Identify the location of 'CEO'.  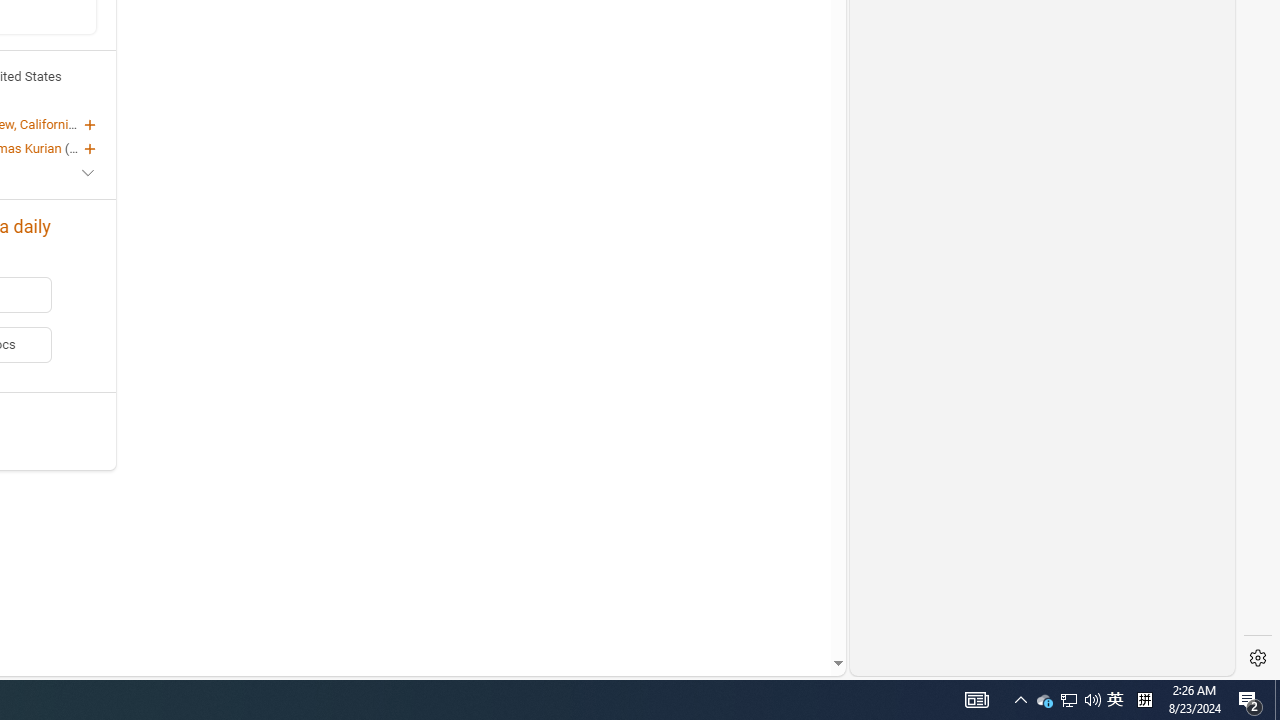
(80, 146).